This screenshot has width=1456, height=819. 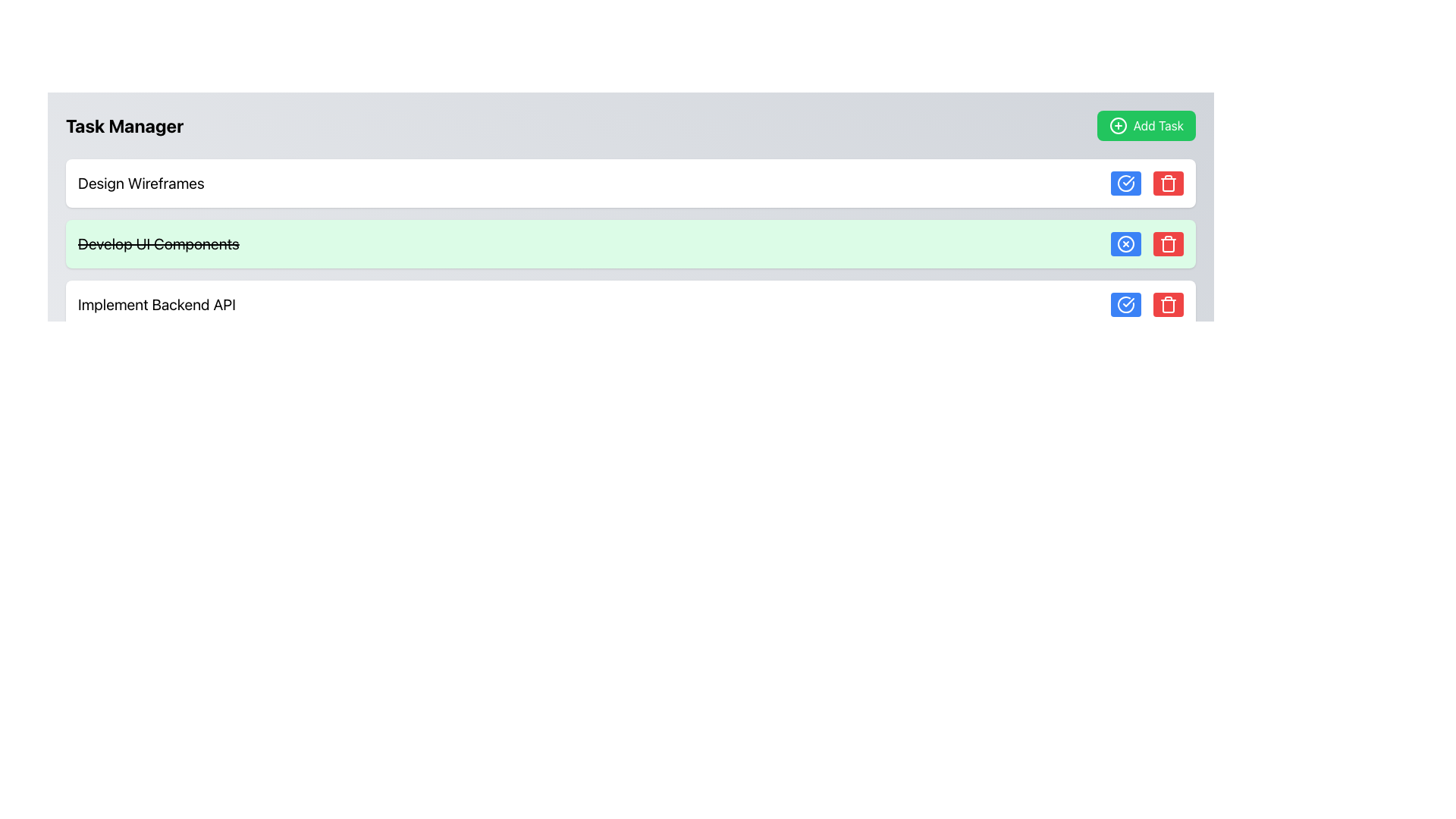 I want to click on the small rectangular blue button with a white cross mark icon, located in the second row of the task list, so click(x=1125, y=243).